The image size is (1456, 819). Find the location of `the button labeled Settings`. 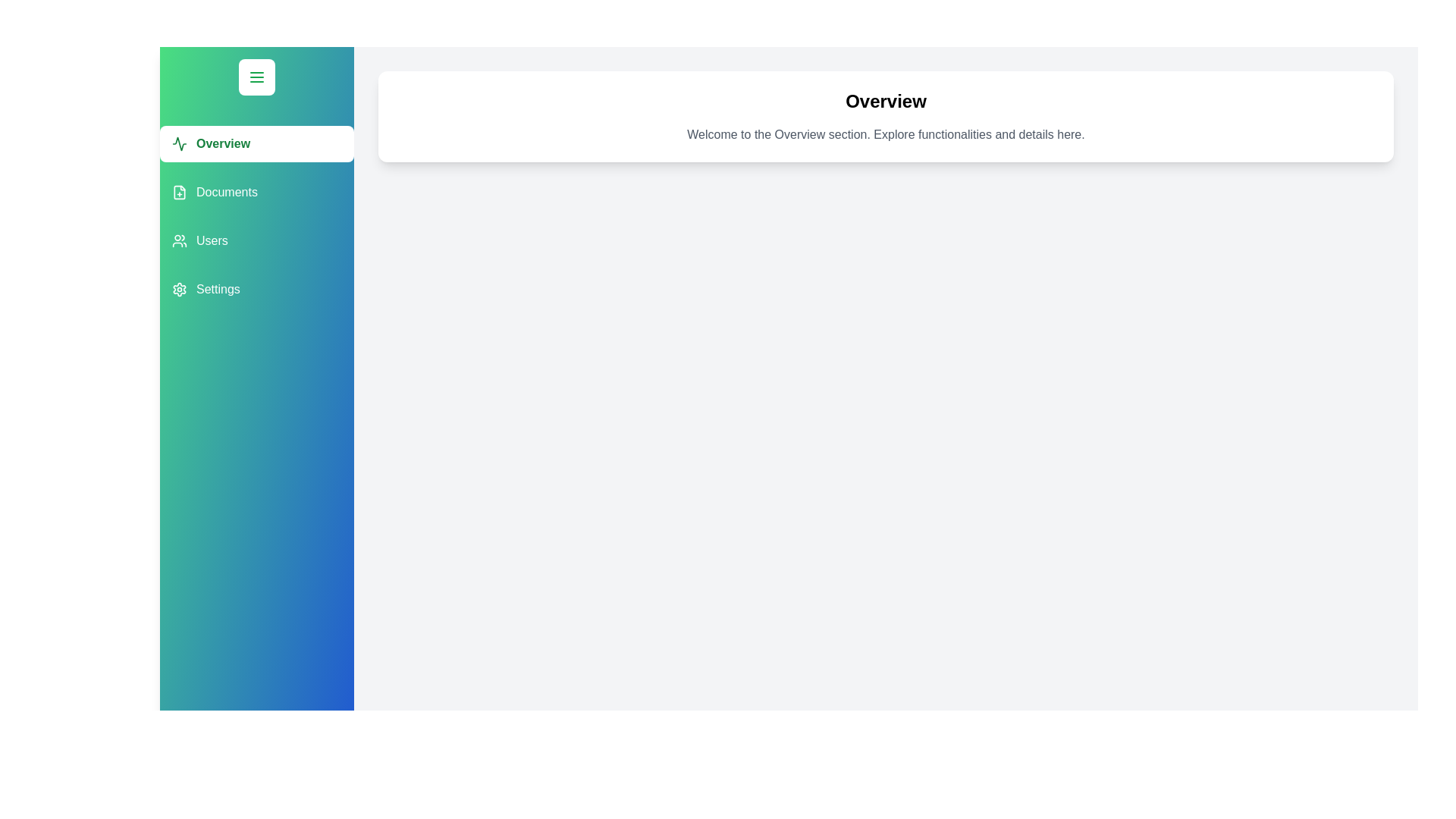

the button labeled Settings is located at coordinates (257, 289).